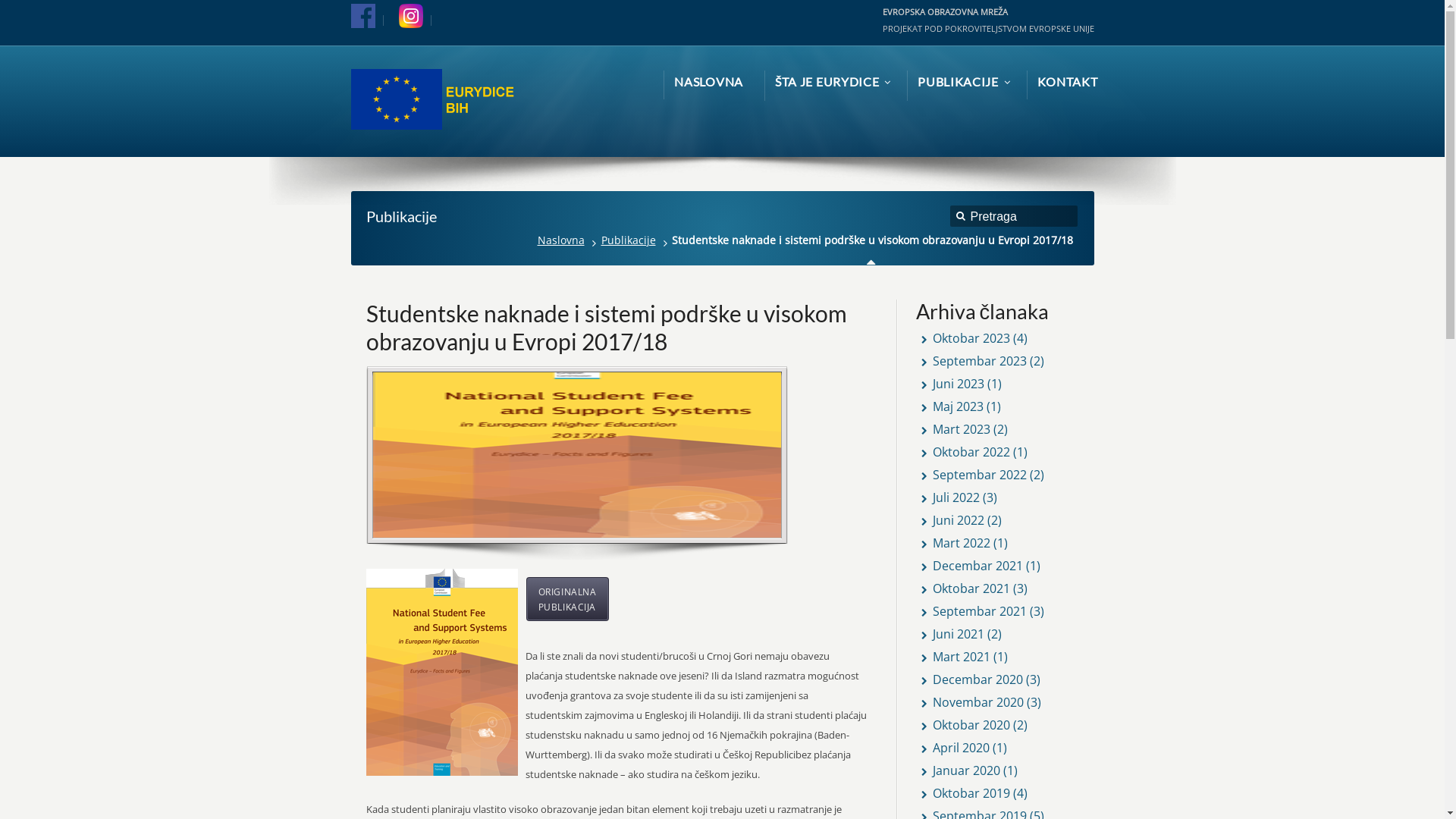  Describe the element at coordinates (931, 337) in the screenshot. I see `'Oktobar 2023'` at that location.